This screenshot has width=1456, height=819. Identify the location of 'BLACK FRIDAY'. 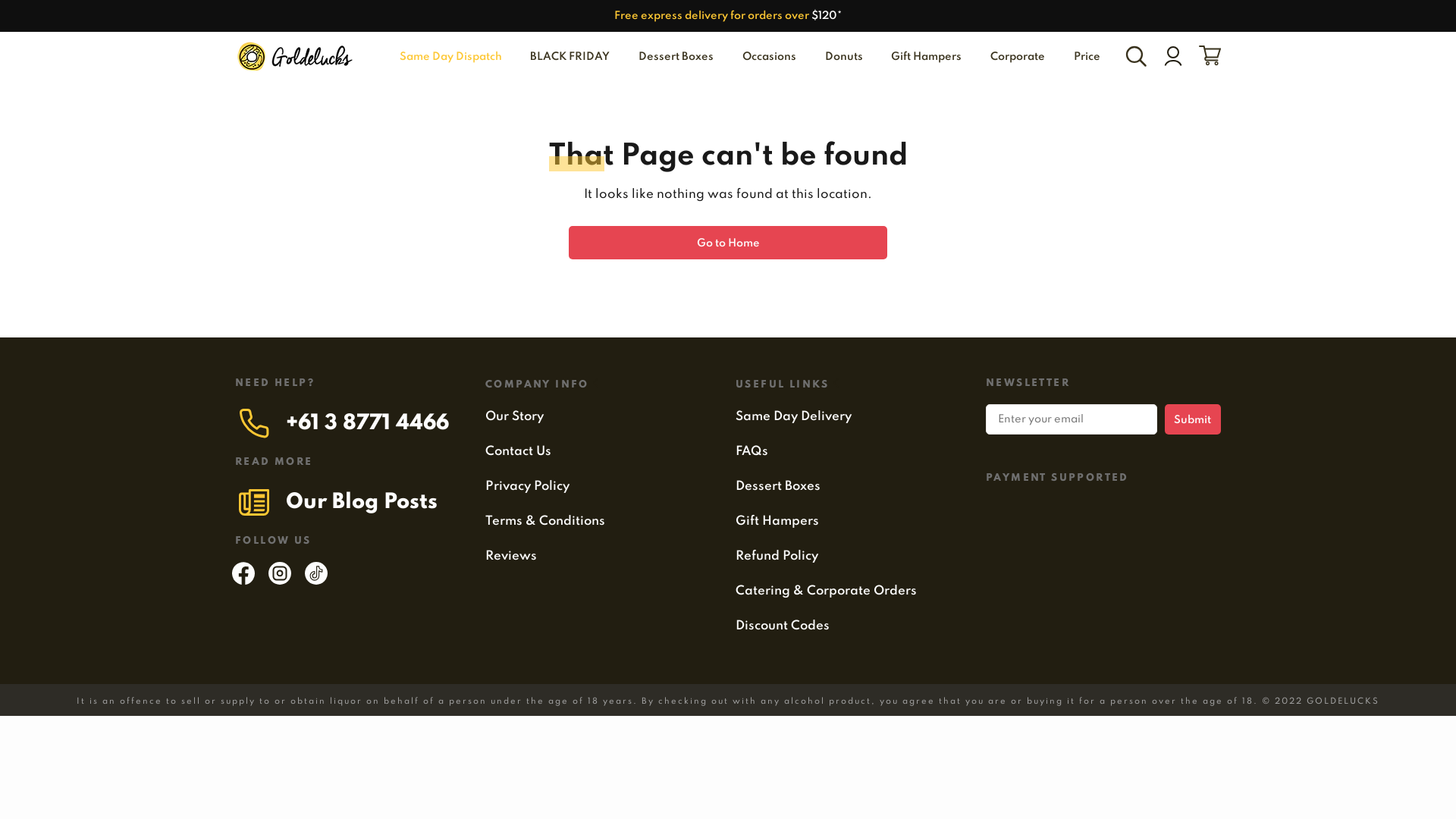
(569, 56).